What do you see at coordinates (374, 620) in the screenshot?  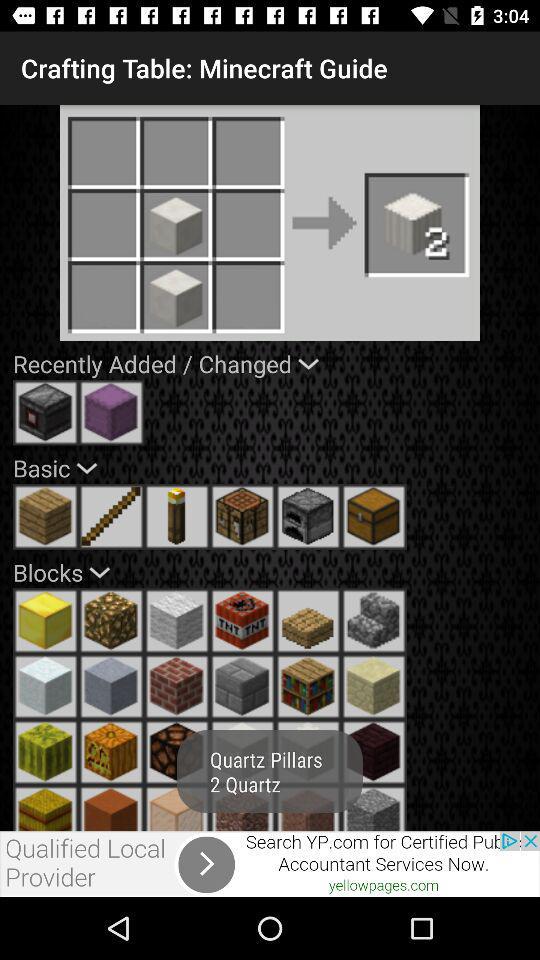 I see `item in item list` at bounding box center [374, 620].